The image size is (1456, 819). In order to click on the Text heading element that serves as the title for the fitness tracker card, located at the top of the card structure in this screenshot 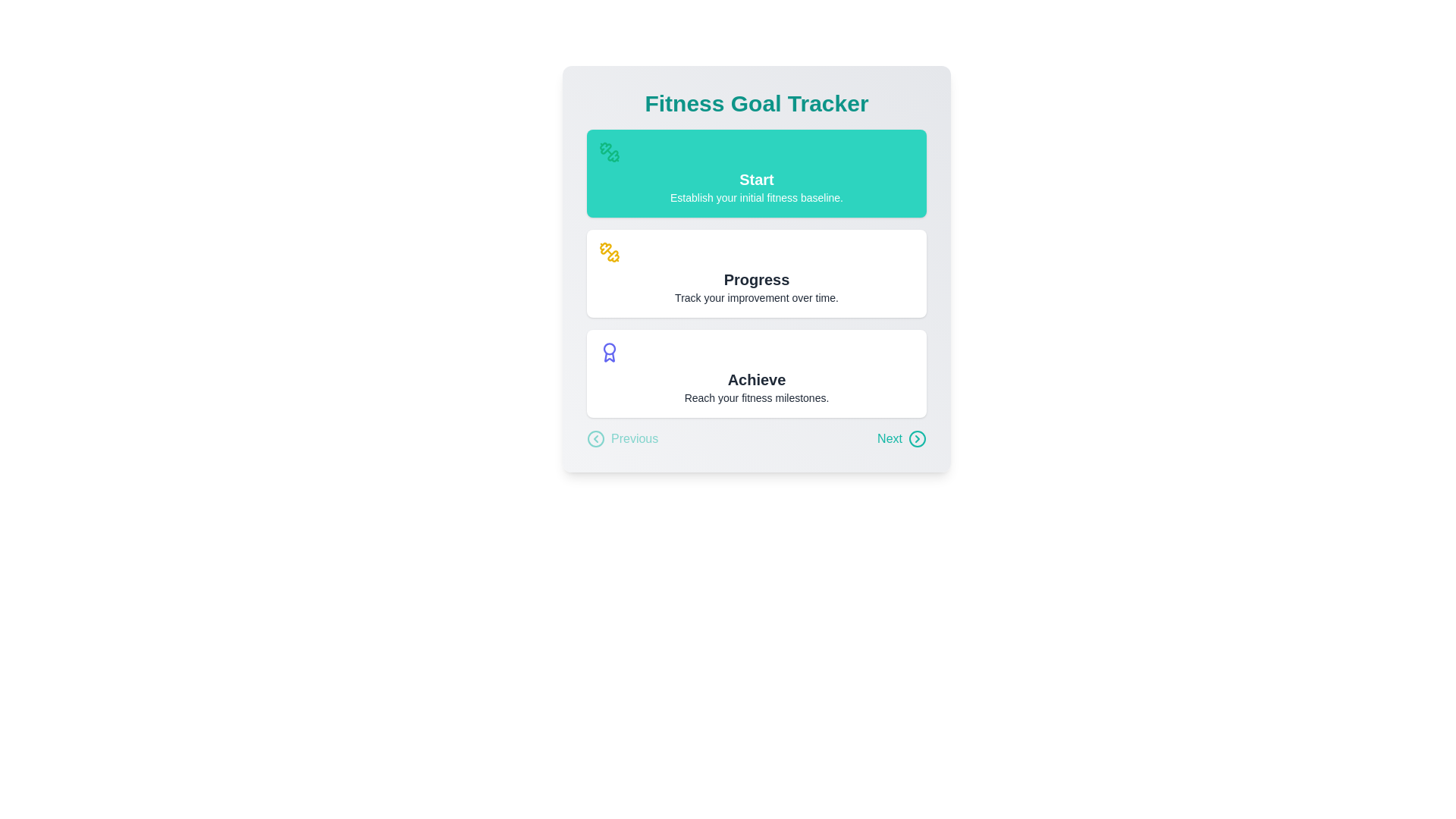, I will do `click(757, 103)`.